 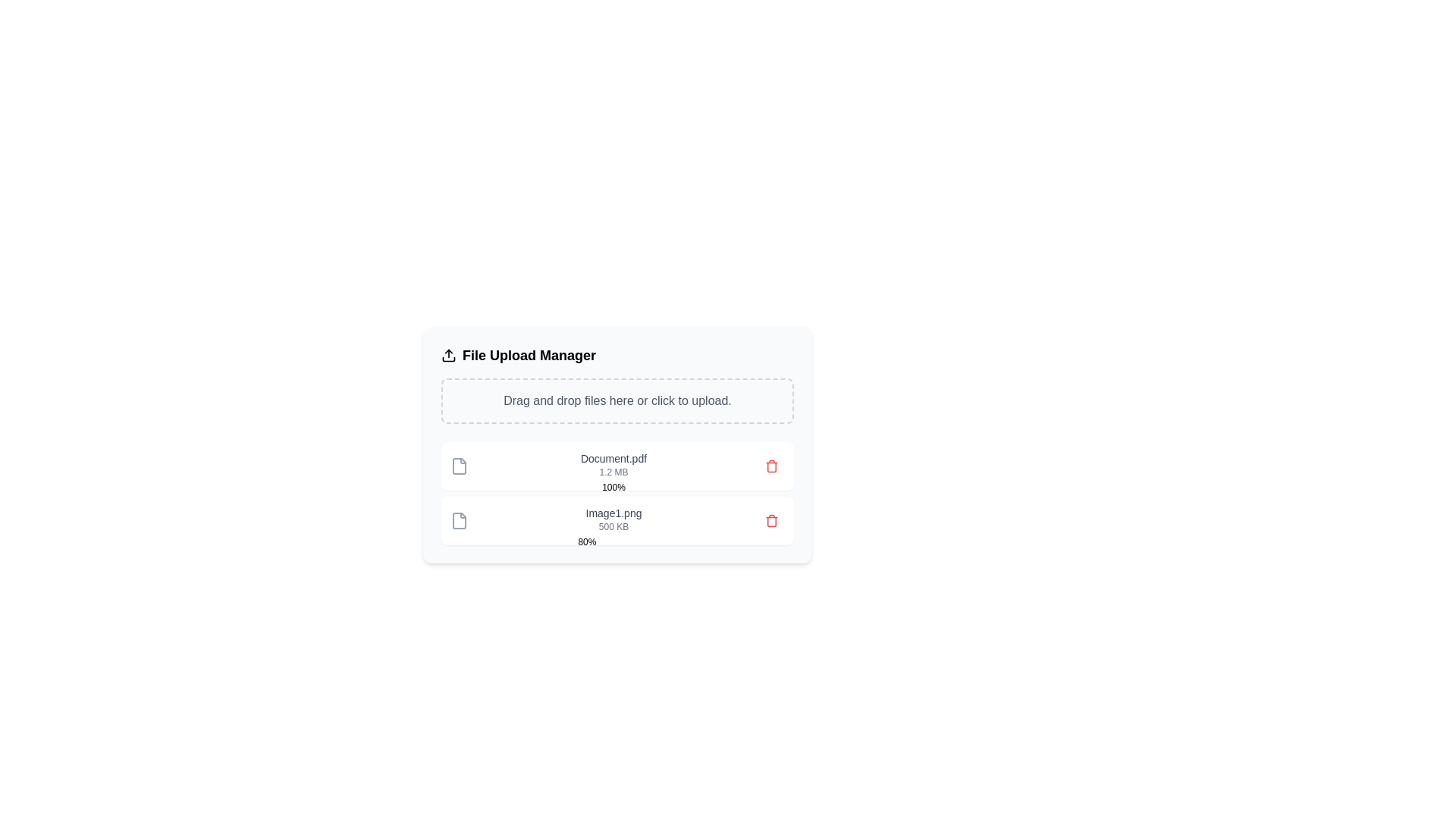 I want to click on the icon representing the file type for 'Document.pdf' located in the top-left corner of the file item box in the file manager interface, so click(x=458, y=465).